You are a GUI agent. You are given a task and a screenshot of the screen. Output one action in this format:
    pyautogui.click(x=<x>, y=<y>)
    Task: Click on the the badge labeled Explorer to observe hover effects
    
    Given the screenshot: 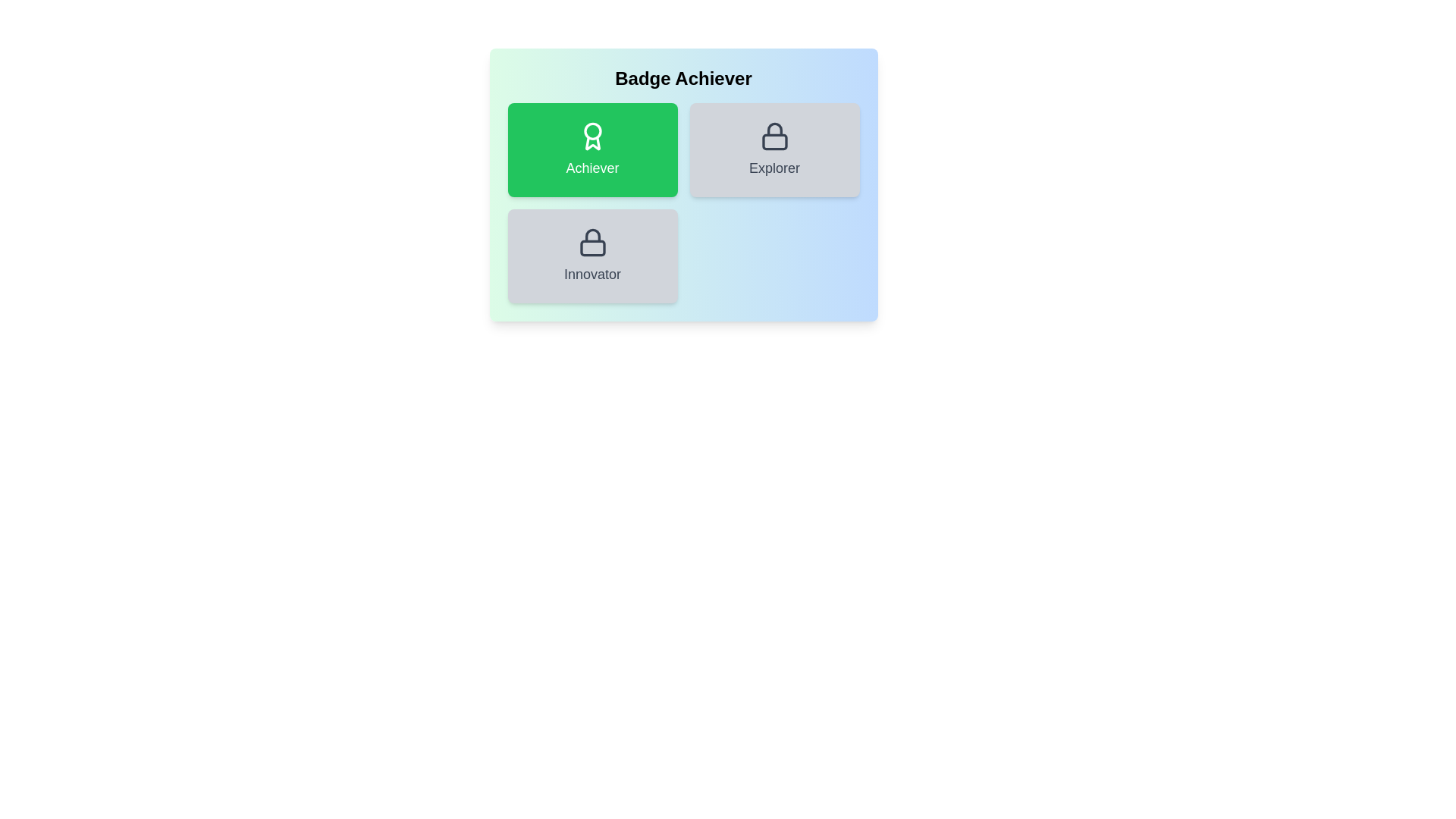 What is the action you would take?
    pyautogui.click(x=774, y=149)
    